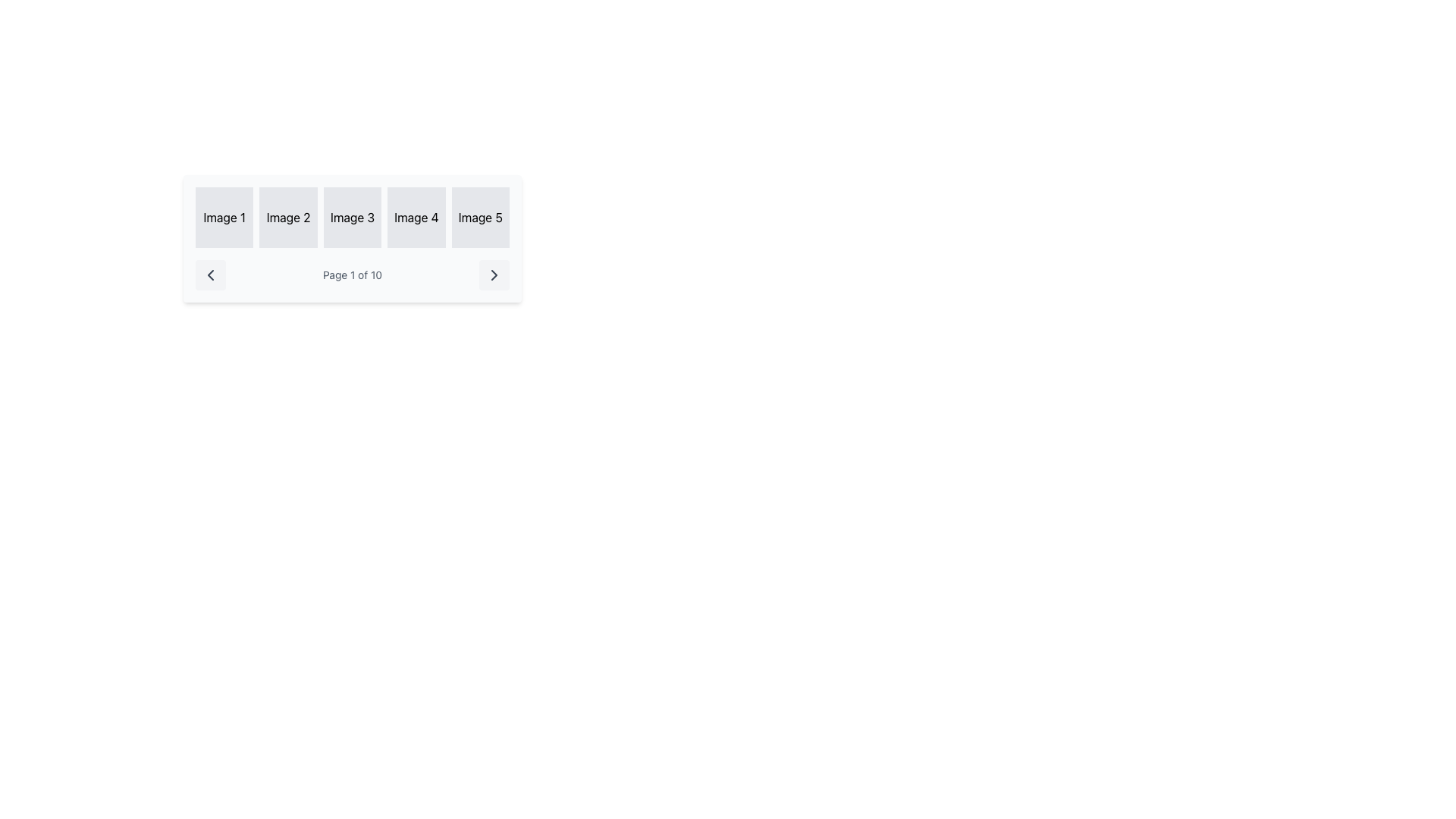  I want to click on the Chevron navigation icon located on the far-right side of the carousel navigation controls, so click(494, 275).